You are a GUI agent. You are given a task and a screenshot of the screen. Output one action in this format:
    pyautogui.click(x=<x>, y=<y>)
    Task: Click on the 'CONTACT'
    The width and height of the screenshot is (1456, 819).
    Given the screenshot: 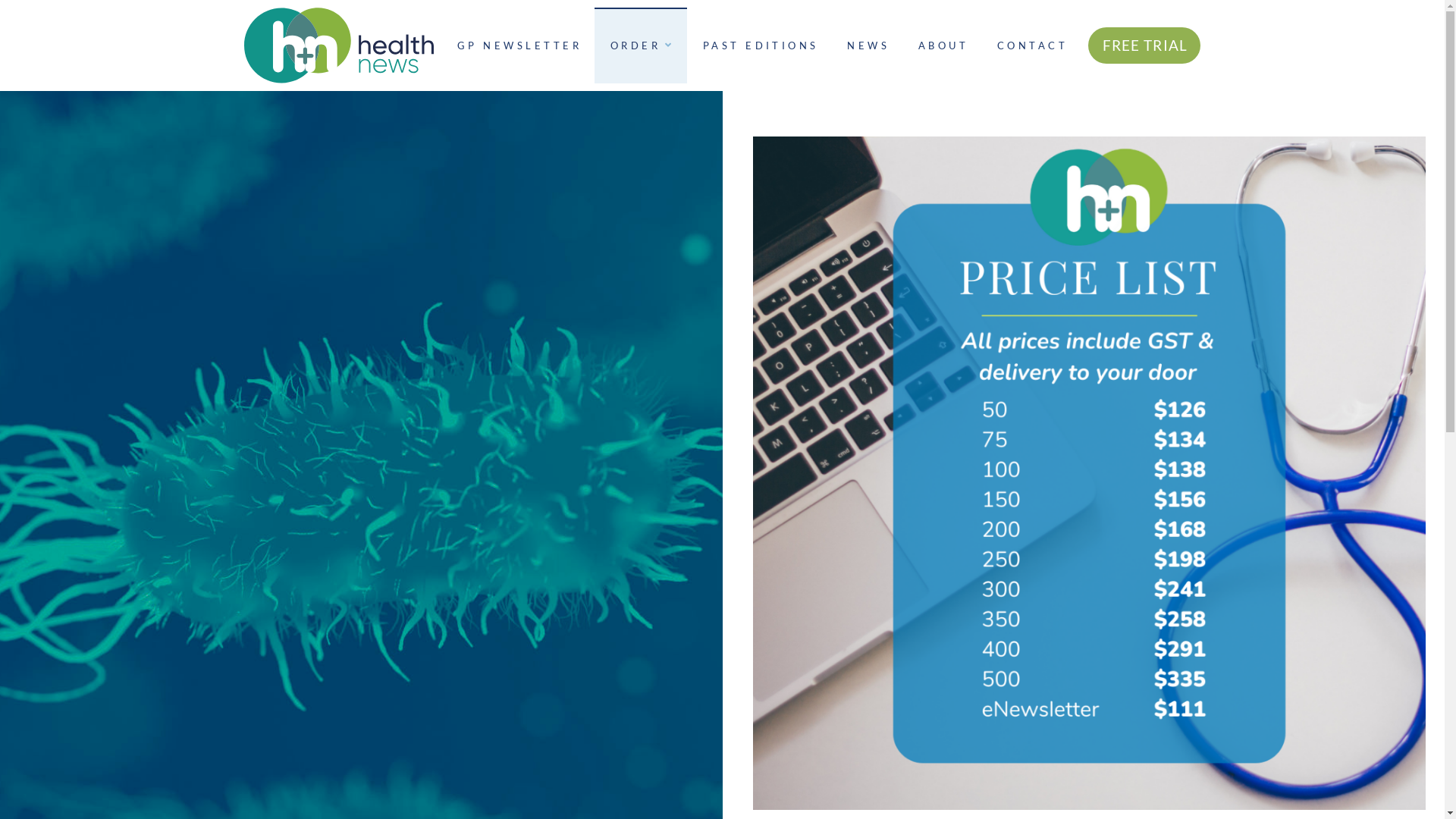 What is the action you would take?
    pyautogui.click(x=1031, y=45)
    